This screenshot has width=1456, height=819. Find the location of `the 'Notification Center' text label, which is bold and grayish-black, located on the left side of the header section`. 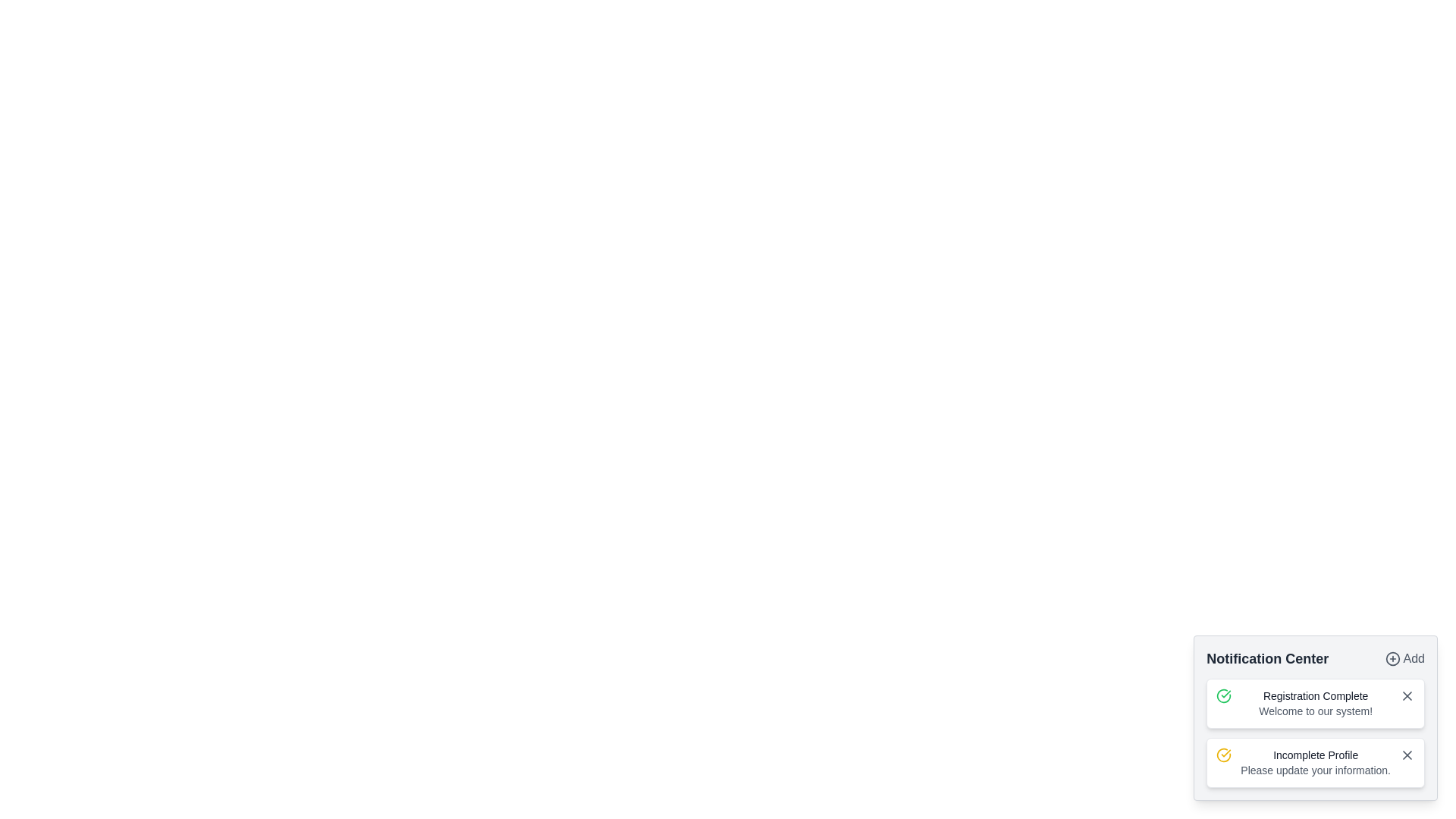

the 'Notification Center' text label, which is bold and grayish-black, located on the left side of the header section is located at coordinates (1267, 657).